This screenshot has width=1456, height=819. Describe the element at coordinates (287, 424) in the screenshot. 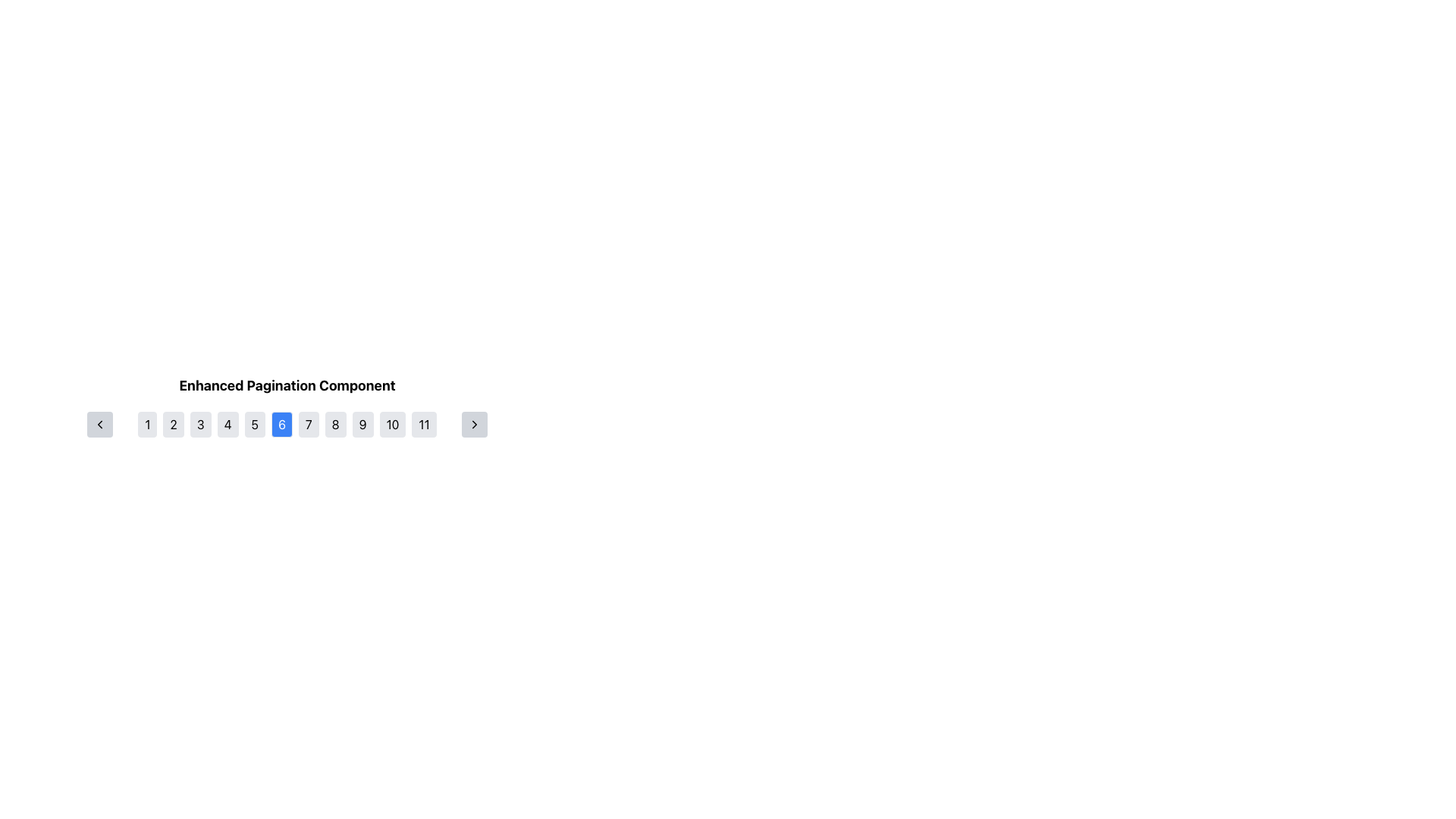

I see `the pagination button labeled '6', which has a blue background and white text` at that location.